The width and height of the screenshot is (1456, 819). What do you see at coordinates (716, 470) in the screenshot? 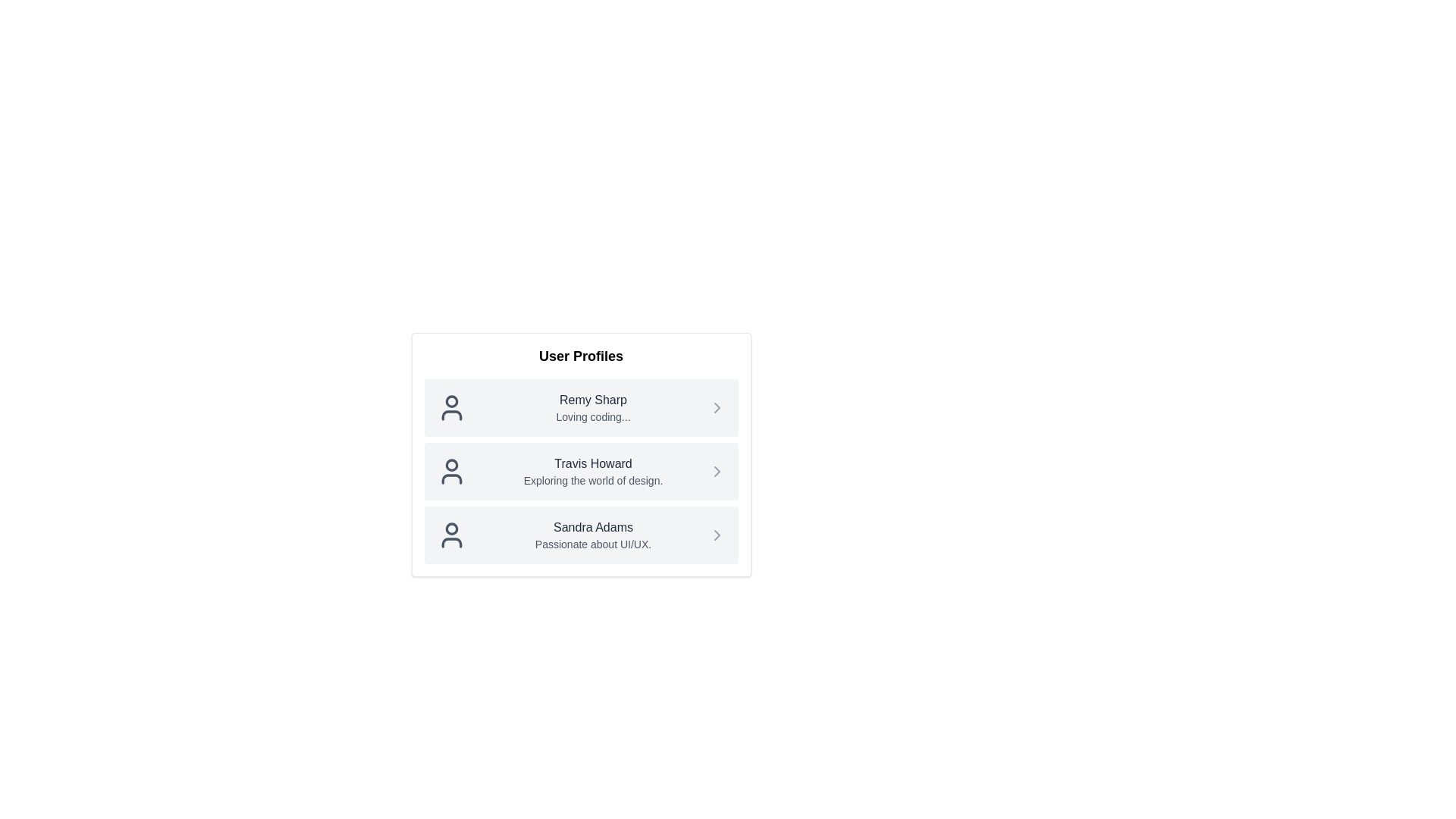
I see `the rightward-pointing chevron icon in the user profile card for 'Travis Howard - Exploring the world of design'` at bounding box center [716, 470].